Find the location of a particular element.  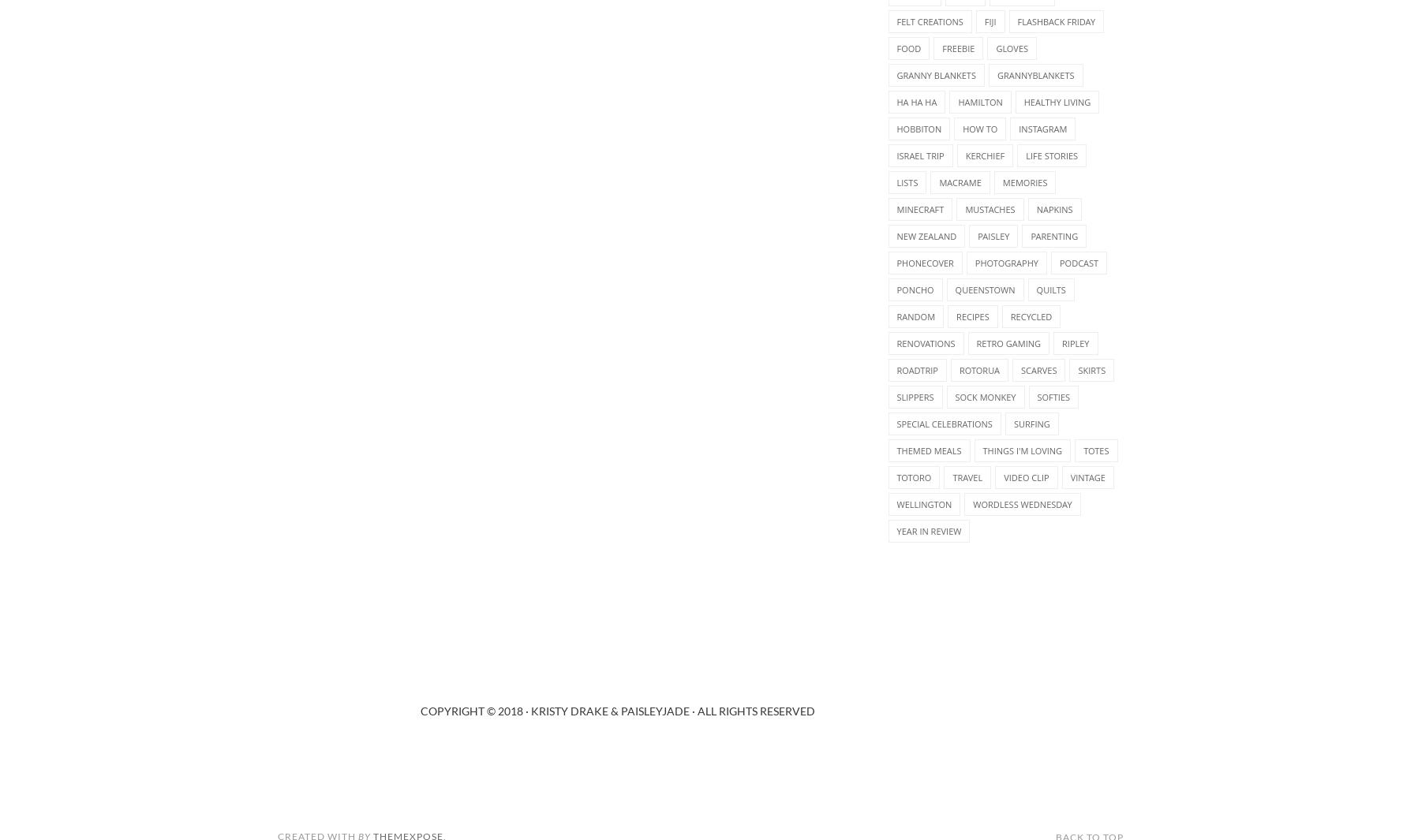

'scarves' is located at coordinates (1038, 369).